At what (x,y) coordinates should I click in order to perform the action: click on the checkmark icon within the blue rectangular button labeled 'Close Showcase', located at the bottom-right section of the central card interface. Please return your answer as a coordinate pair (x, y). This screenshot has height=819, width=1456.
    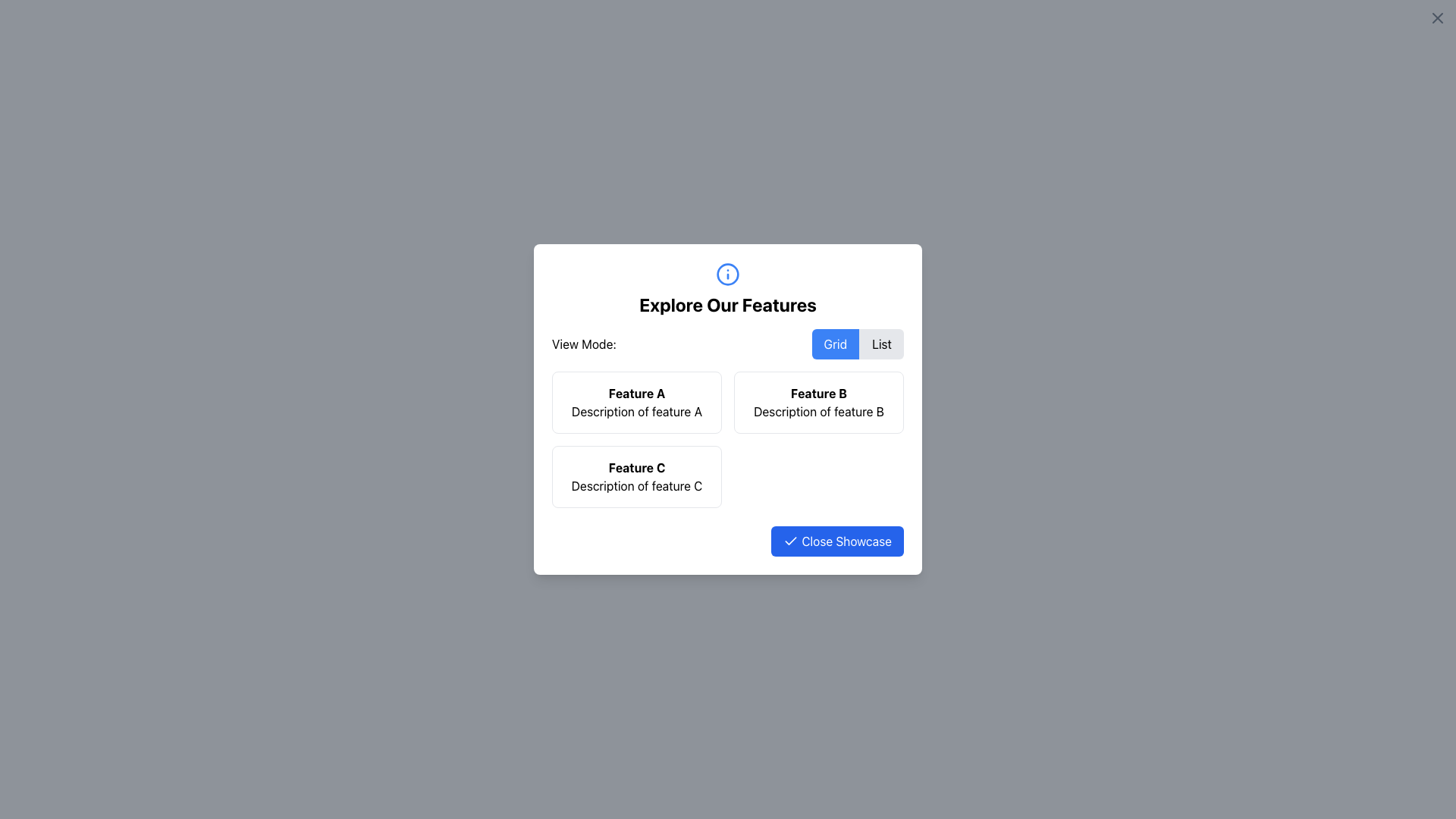
    Looking at the image, I should click on (790, 540).